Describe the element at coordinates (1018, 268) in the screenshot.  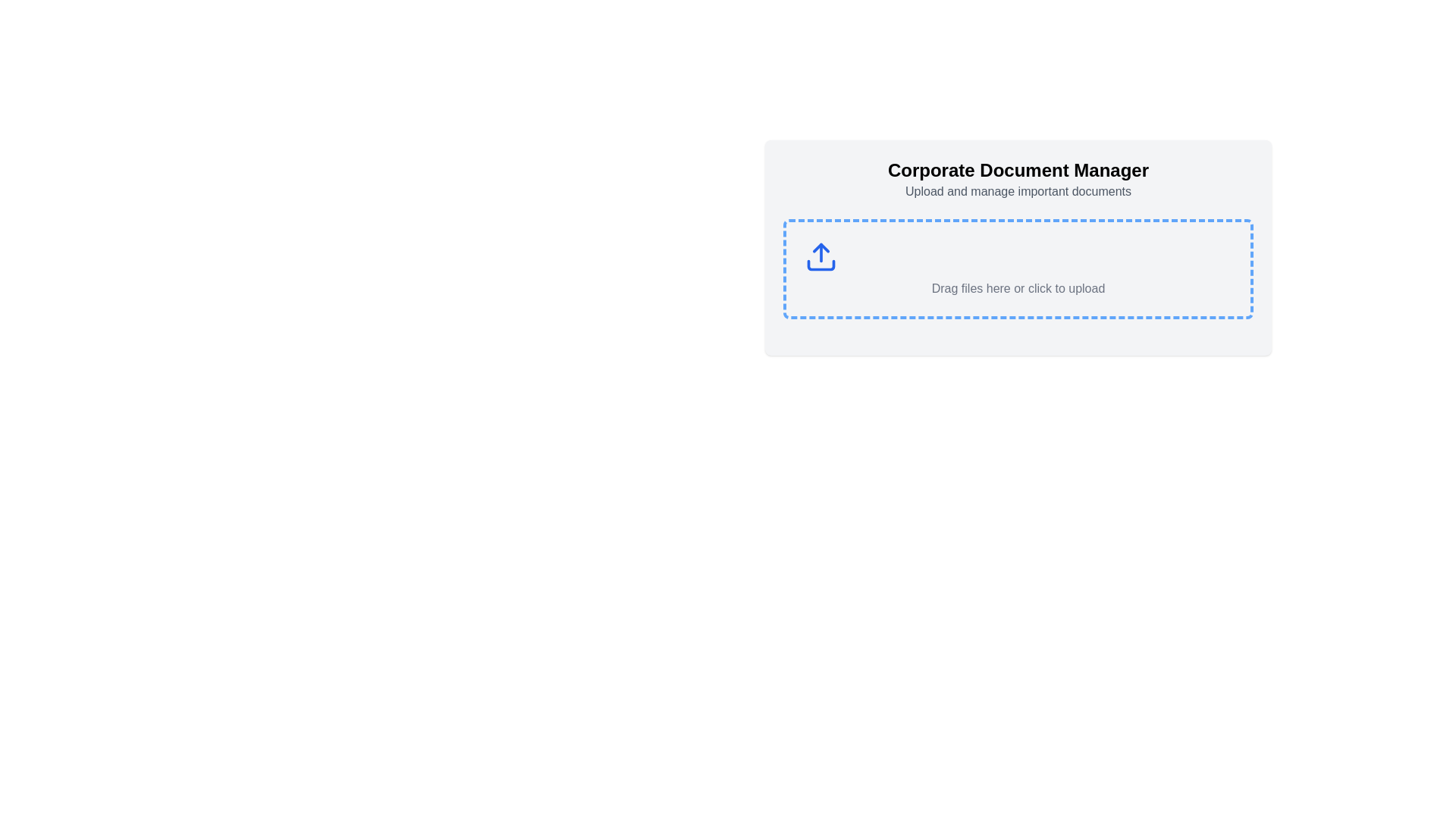
I see `the File upload drop area located centrally below the 'Corporate Document Manager' title` at that location.